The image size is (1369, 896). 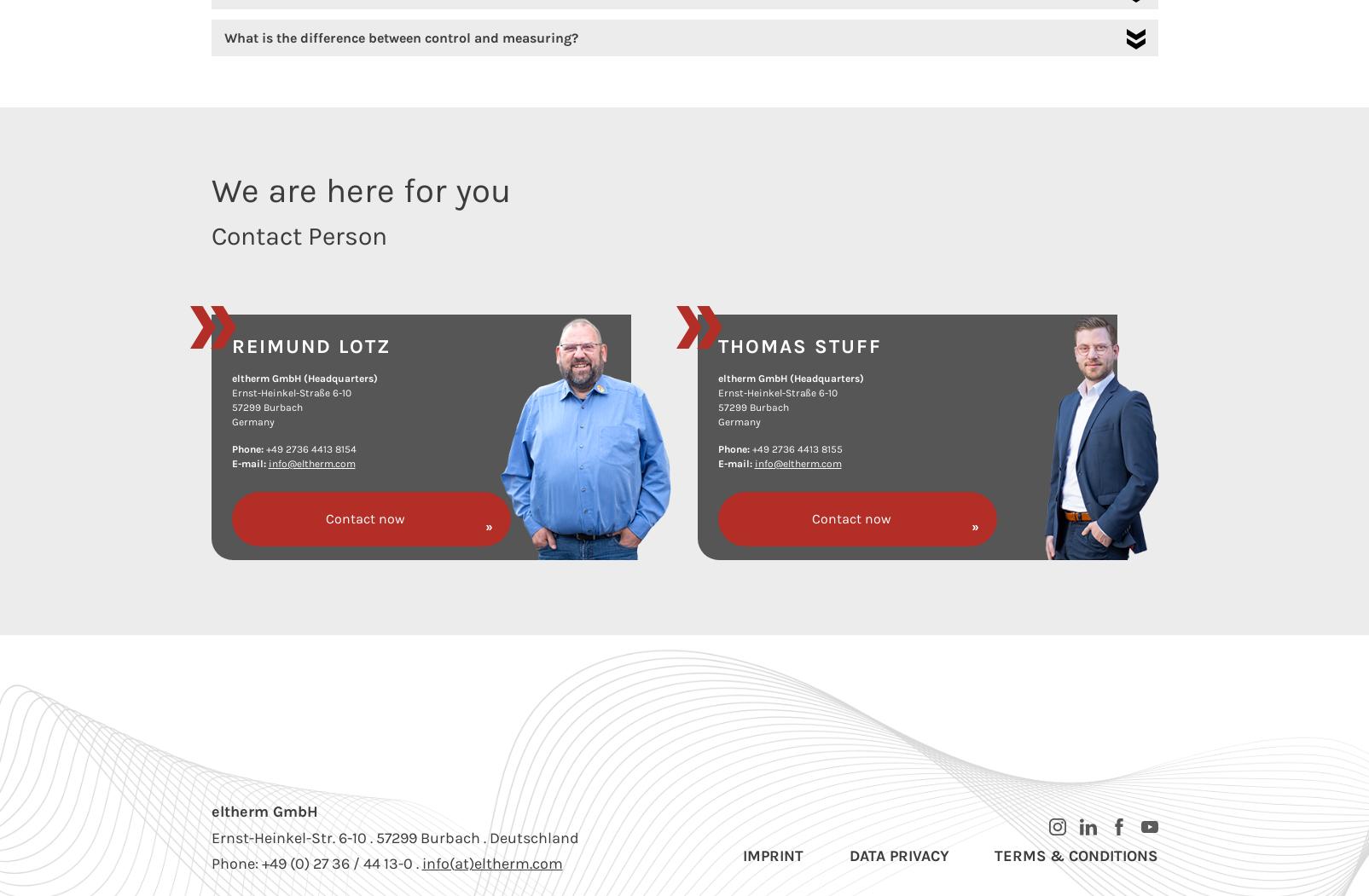 I want to click on 'We are here for you', so click(x=359, y=188).